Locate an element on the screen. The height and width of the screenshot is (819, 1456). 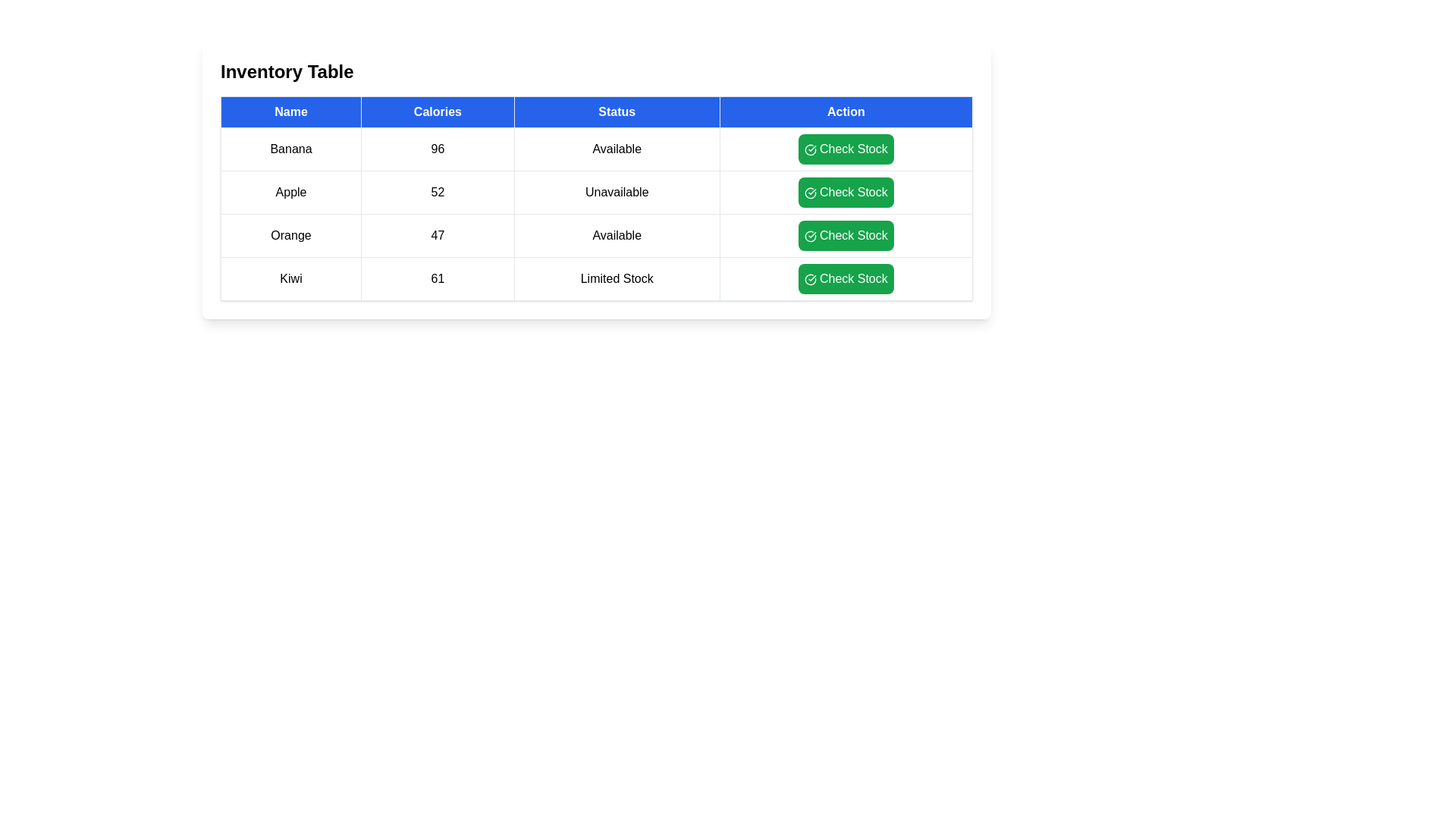
the header column Action to sort the table by that column is located at coordinates (844, 111).